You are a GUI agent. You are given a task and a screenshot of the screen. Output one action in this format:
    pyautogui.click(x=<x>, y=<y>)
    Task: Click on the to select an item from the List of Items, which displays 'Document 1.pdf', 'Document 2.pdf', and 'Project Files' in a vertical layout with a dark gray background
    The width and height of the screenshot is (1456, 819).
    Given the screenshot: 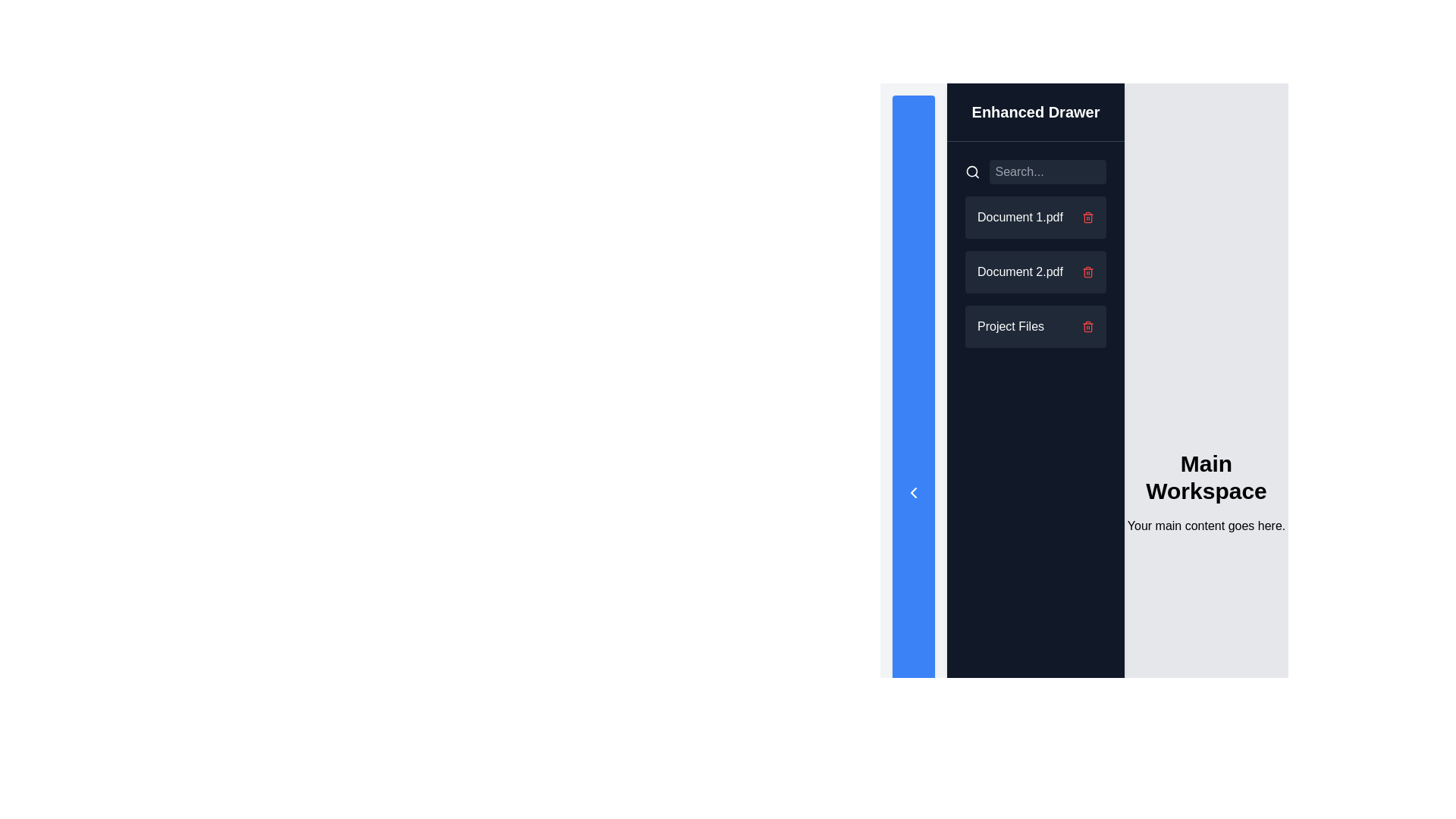 What is the action you would take?
    pyautogui.click(x=1035, y=253)
    